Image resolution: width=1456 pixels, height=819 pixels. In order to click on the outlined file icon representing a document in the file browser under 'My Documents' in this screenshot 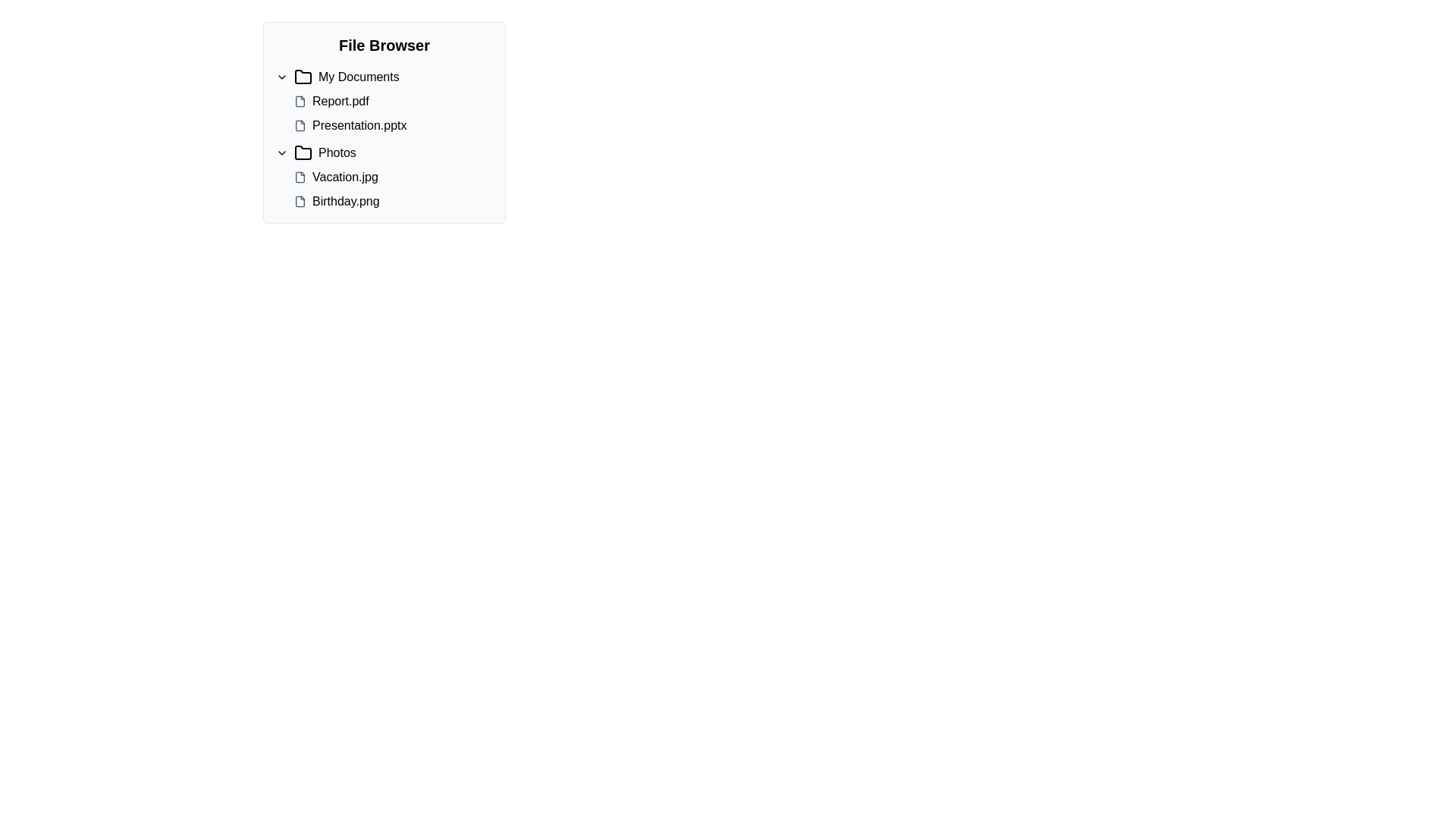, I will do `click(300, 102)`.